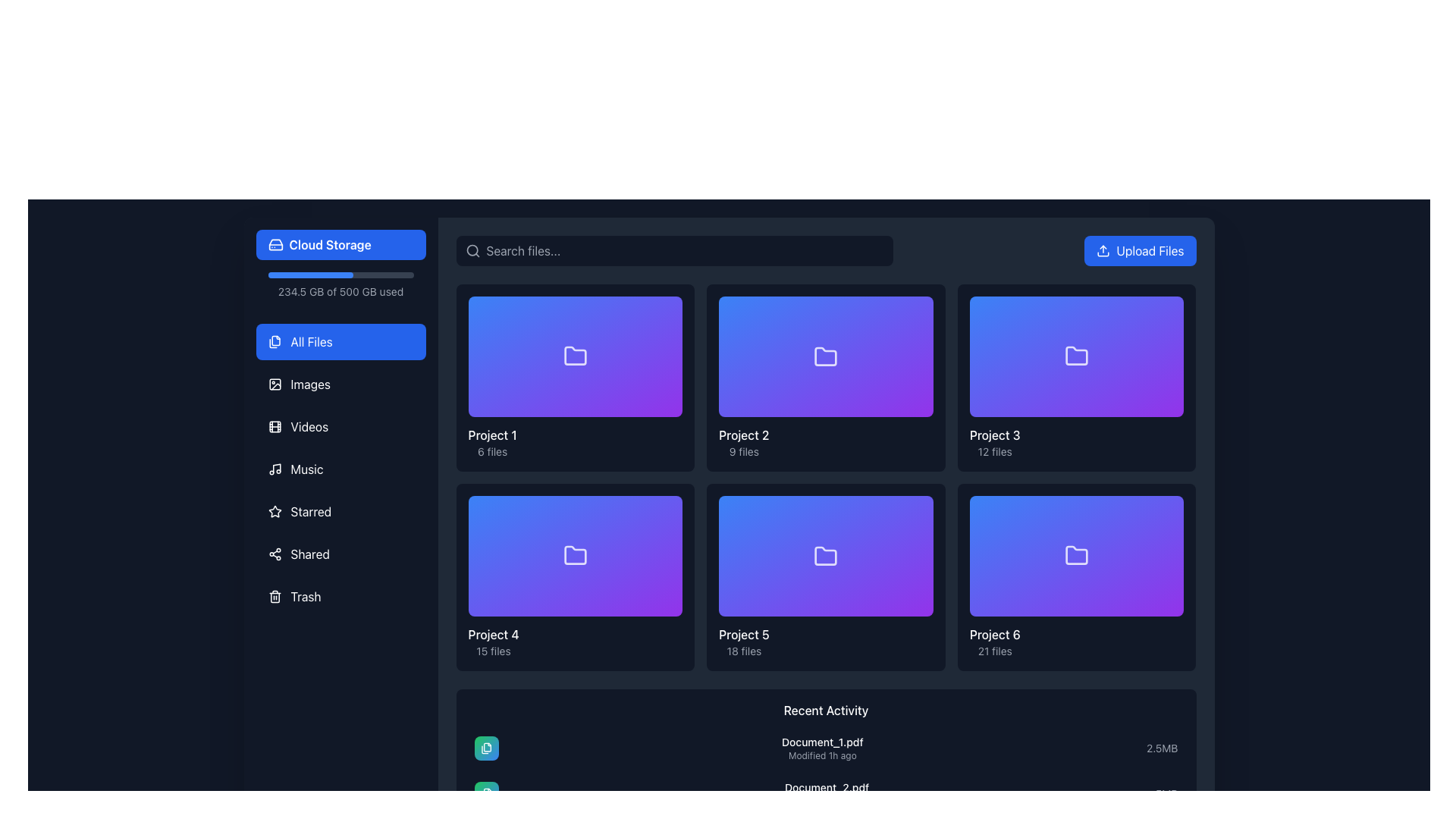 The width and height of the screenshot is (1456, 819). I want to click on the small circular button located in the top-right corner of the sixth card to change its opacity, so click(1168, 511).